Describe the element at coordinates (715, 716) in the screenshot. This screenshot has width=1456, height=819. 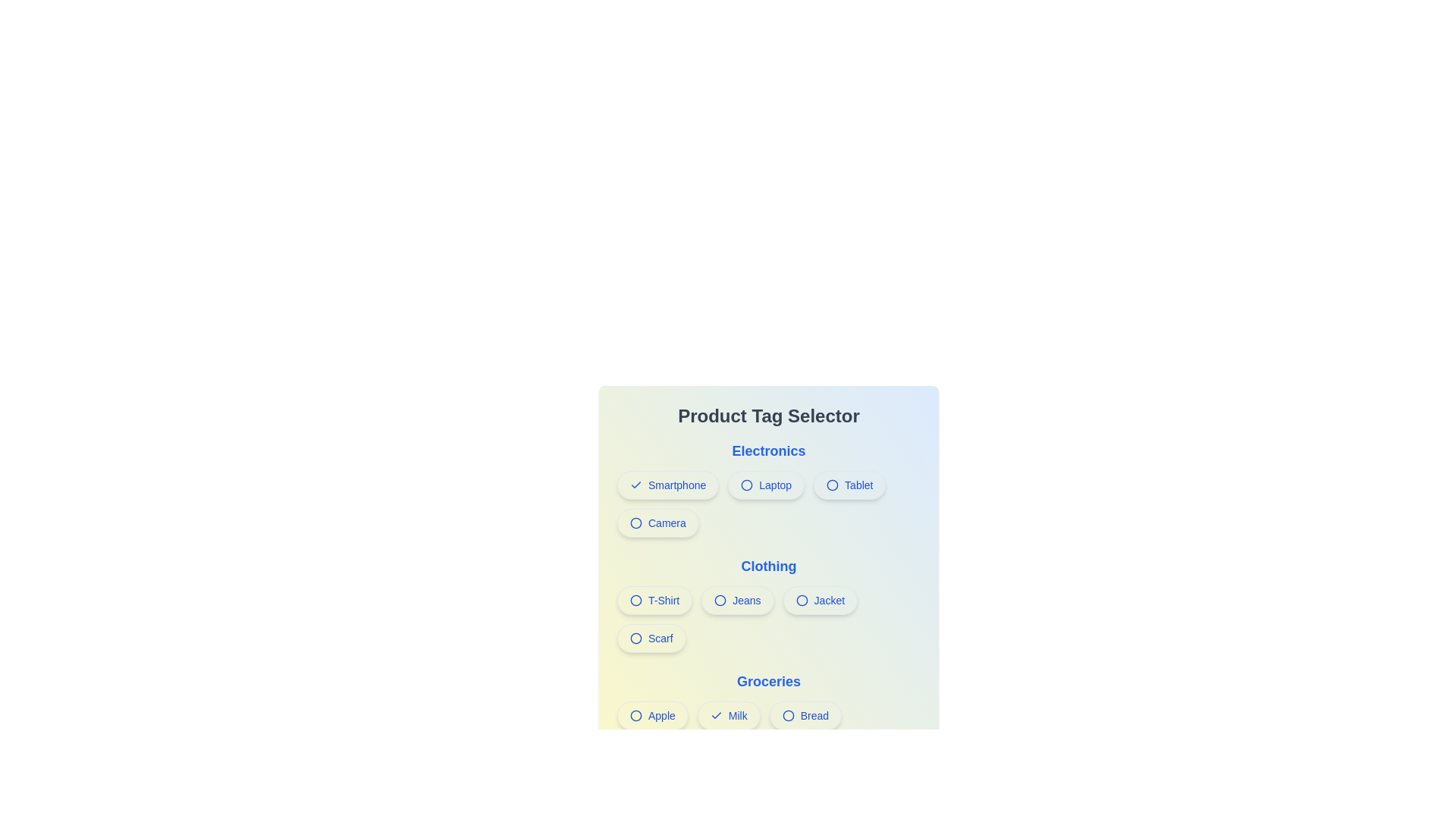
I see `the checkmark icon located inside the 'Milk' button in the 'Groceries' section of the interface` at that location.